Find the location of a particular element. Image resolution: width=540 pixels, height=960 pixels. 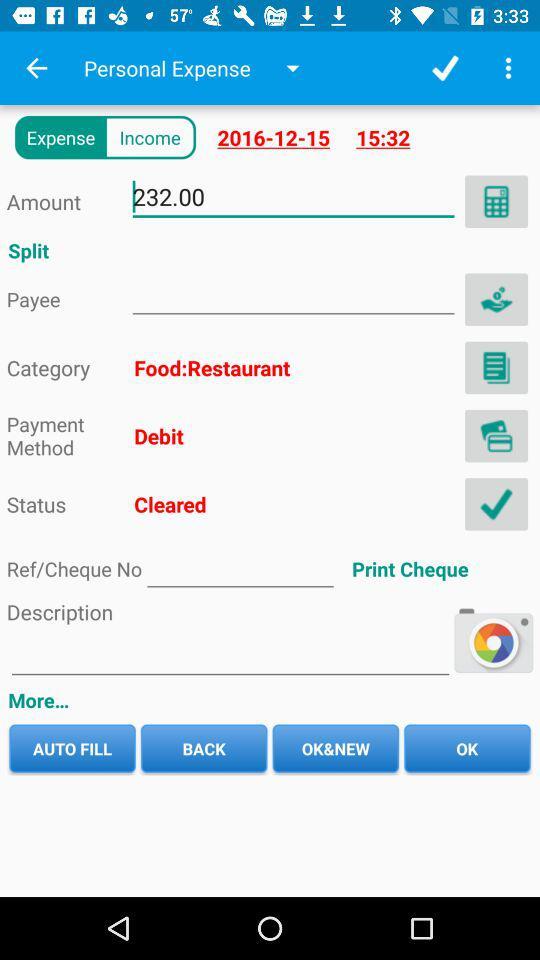

text box to enter is located at coordinates (229, 654).